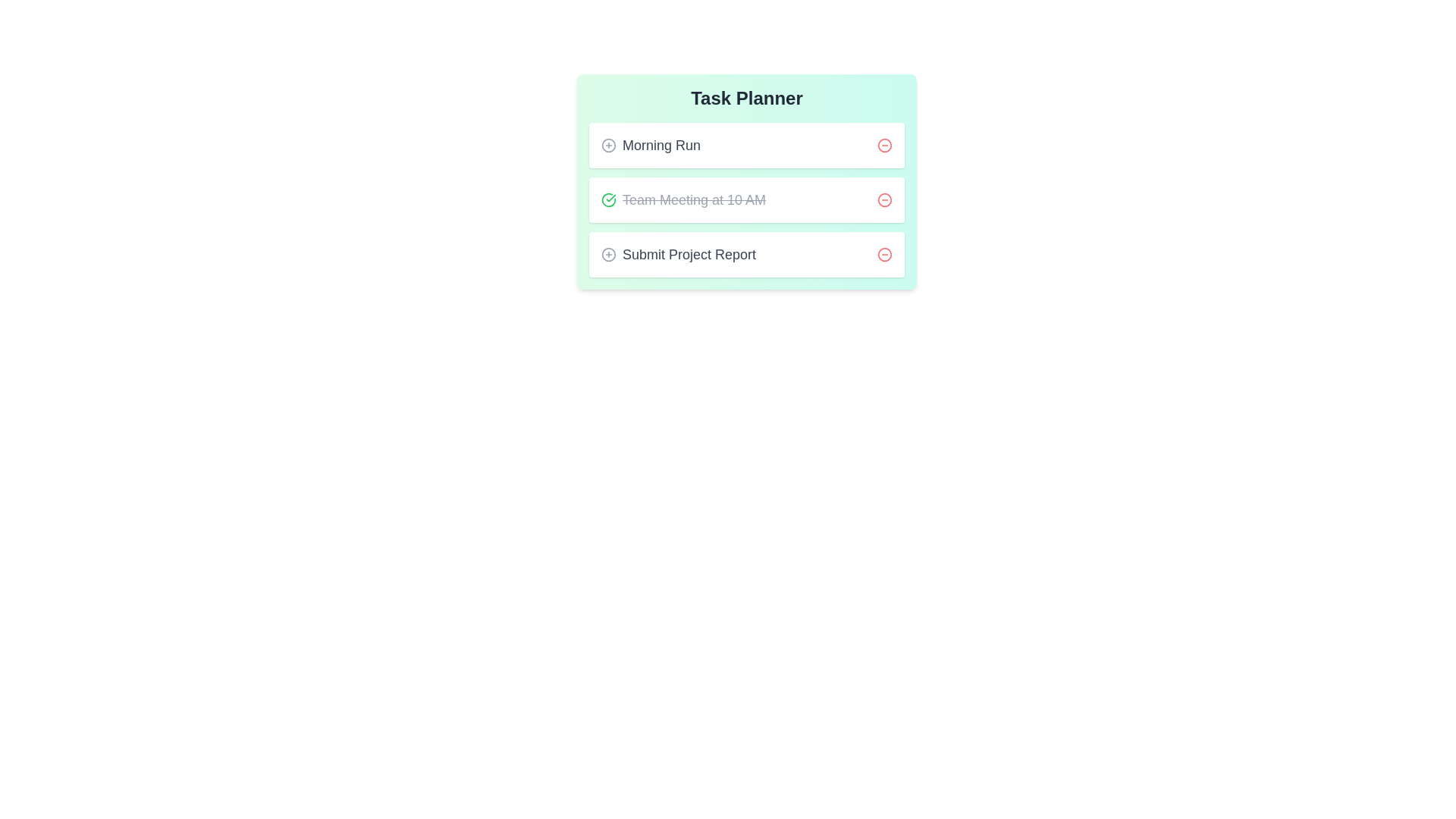  I want to click on the delete button of the task with name Submit Project Report, so click(884, 253).